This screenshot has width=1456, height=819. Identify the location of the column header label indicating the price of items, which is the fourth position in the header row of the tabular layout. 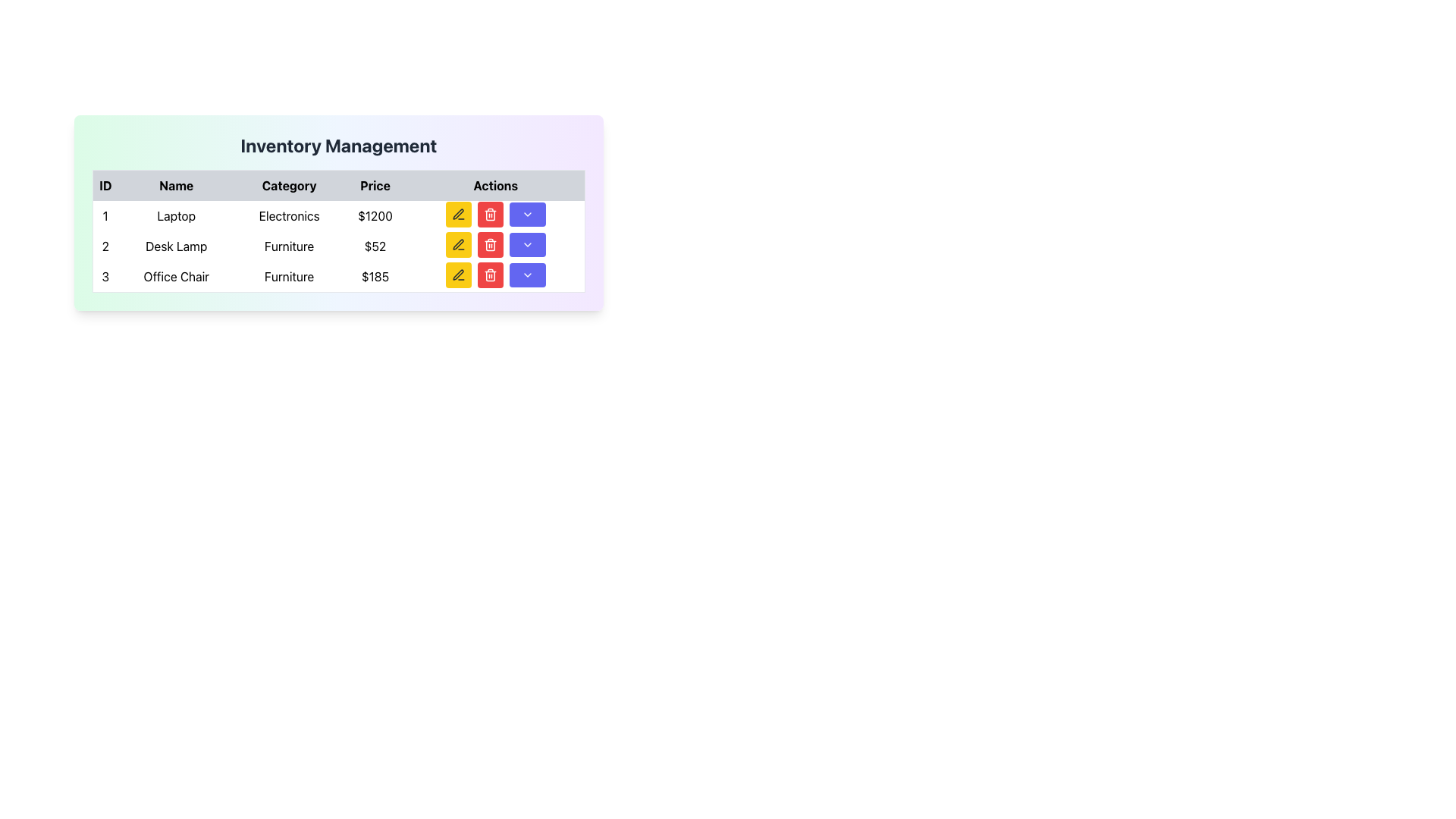
(375, 184).